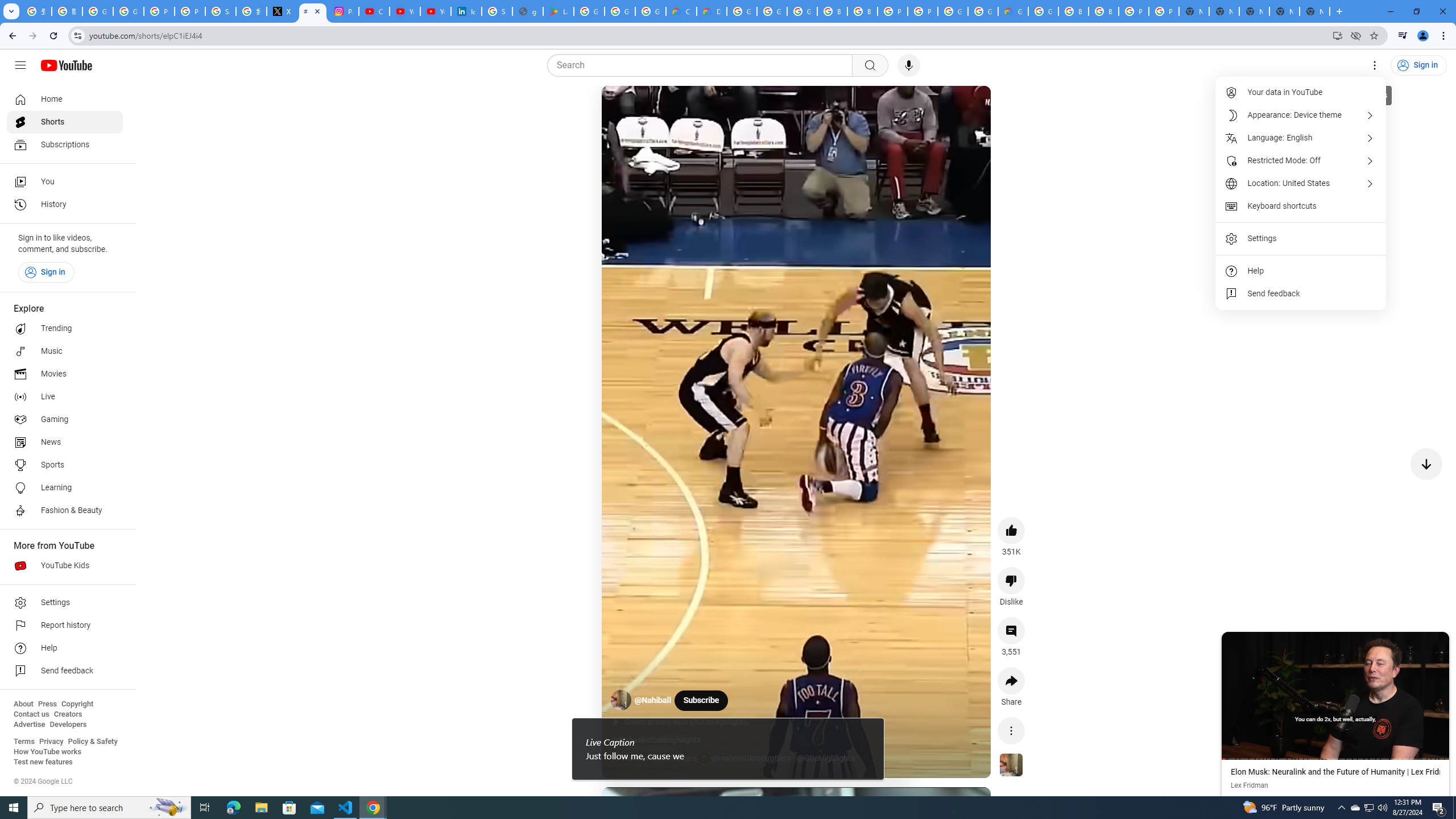 Image resolution: width=1456 pixels, height=819 pixels. I want to click on 'News', so click(64, 442).